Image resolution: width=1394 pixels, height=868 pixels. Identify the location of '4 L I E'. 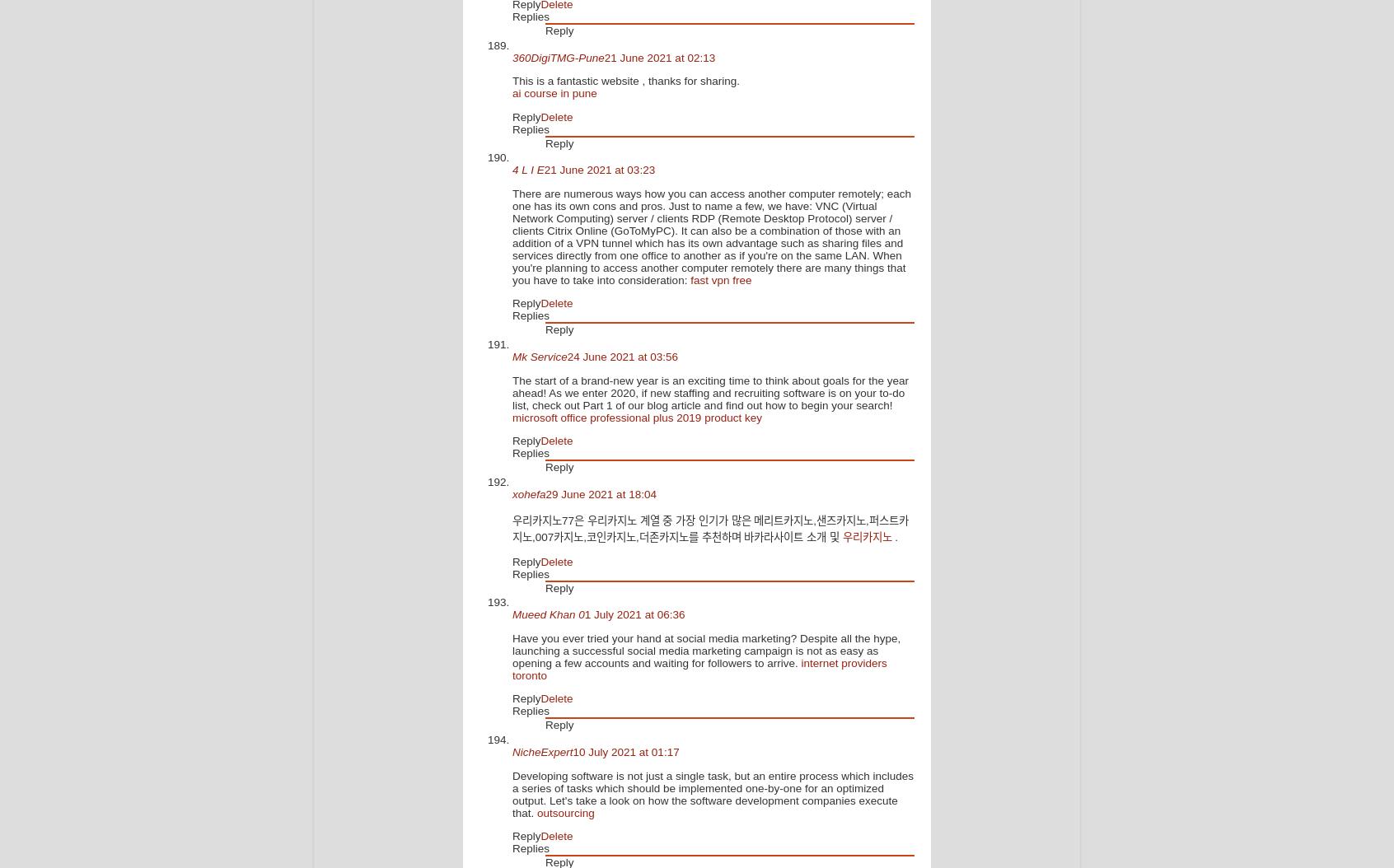
(511, 169).